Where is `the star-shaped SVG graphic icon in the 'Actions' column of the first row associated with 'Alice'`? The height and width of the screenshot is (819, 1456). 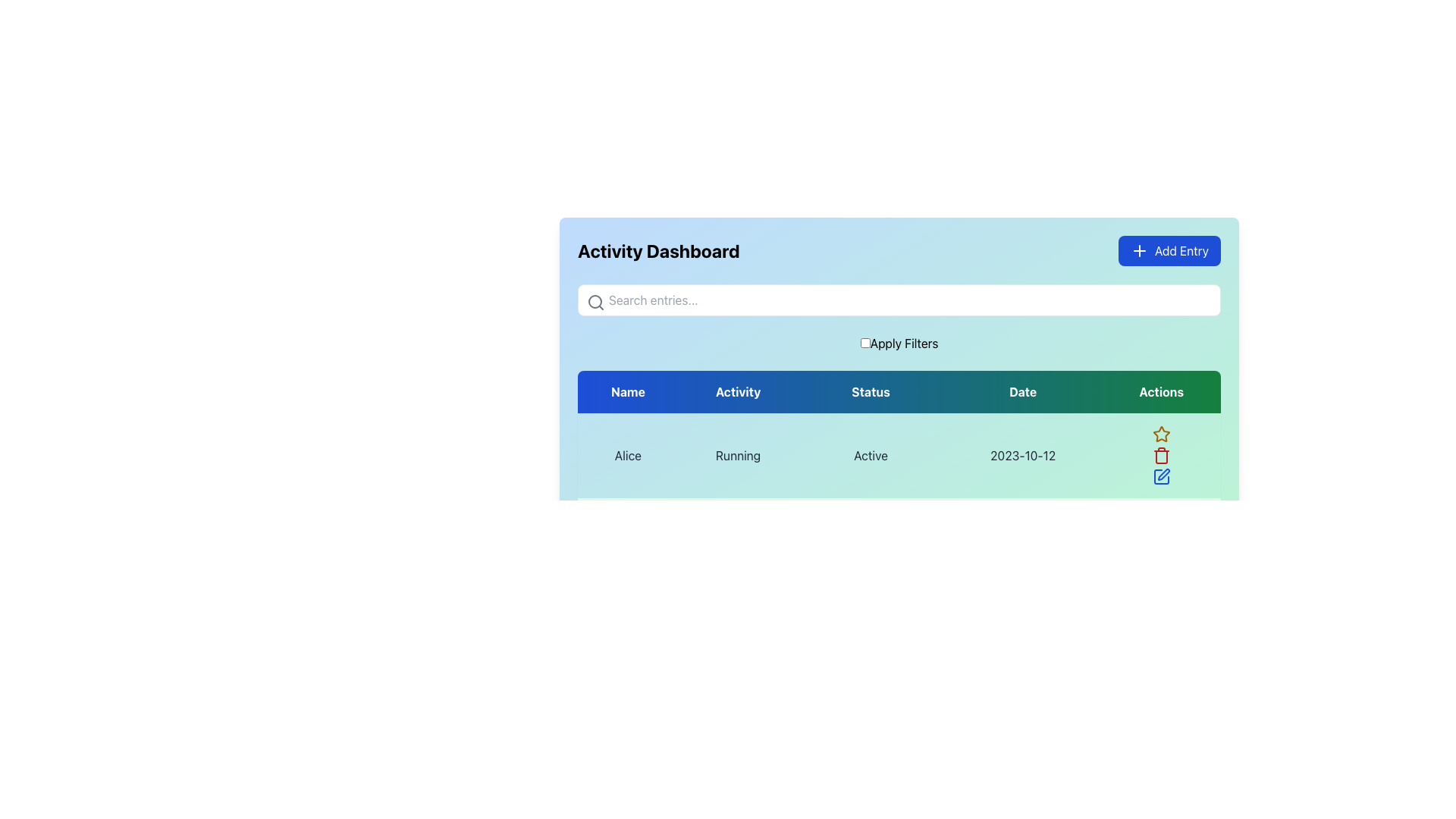
the star-shaped SVG graphic icon in the 'Actions' column of the first row associated with 'Alice' is located at coordinates (1160, 434).